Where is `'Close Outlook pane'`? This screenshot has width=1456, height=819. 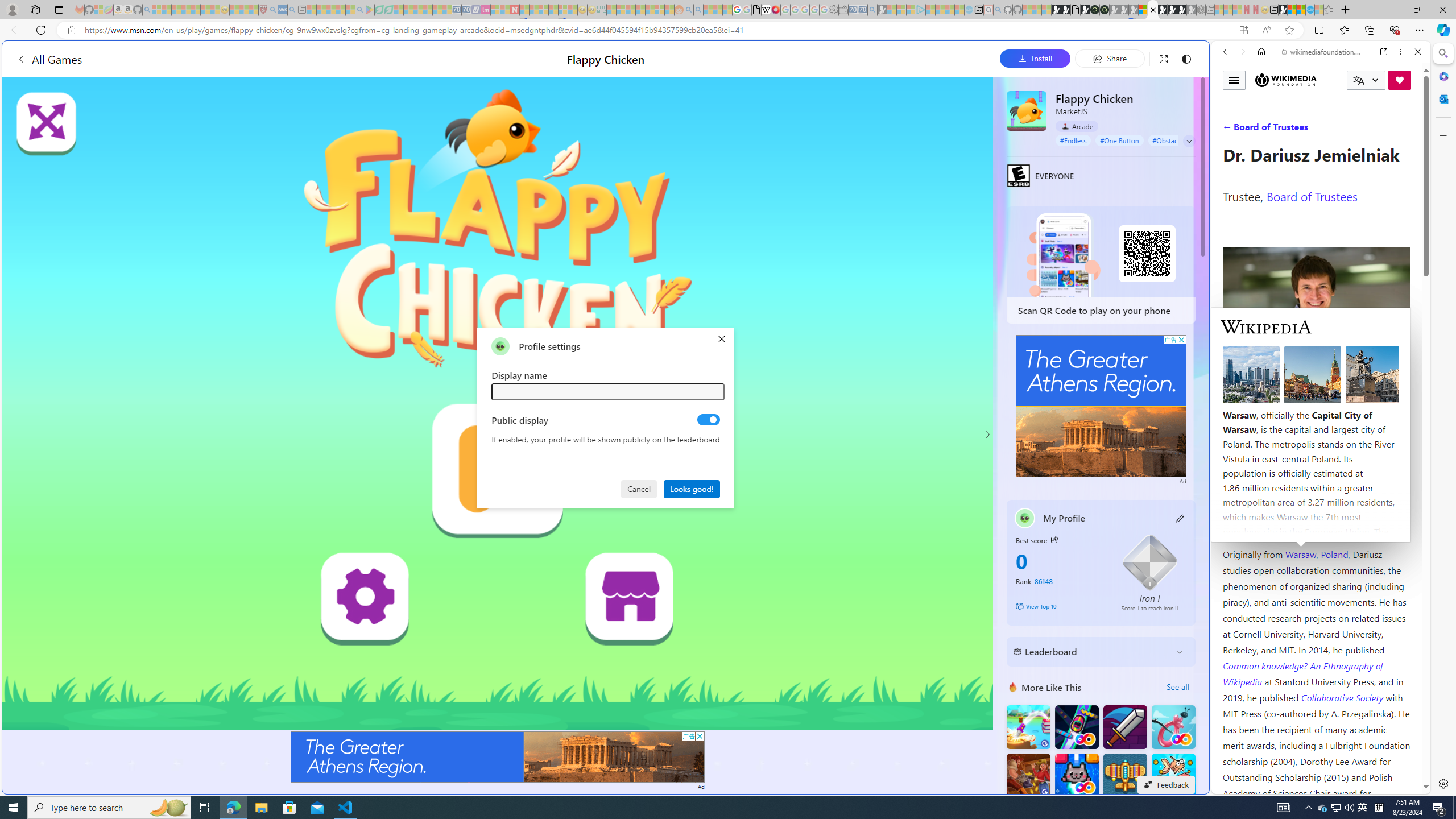 'Close Outlook pane' is located at coordinates (1442, 98).